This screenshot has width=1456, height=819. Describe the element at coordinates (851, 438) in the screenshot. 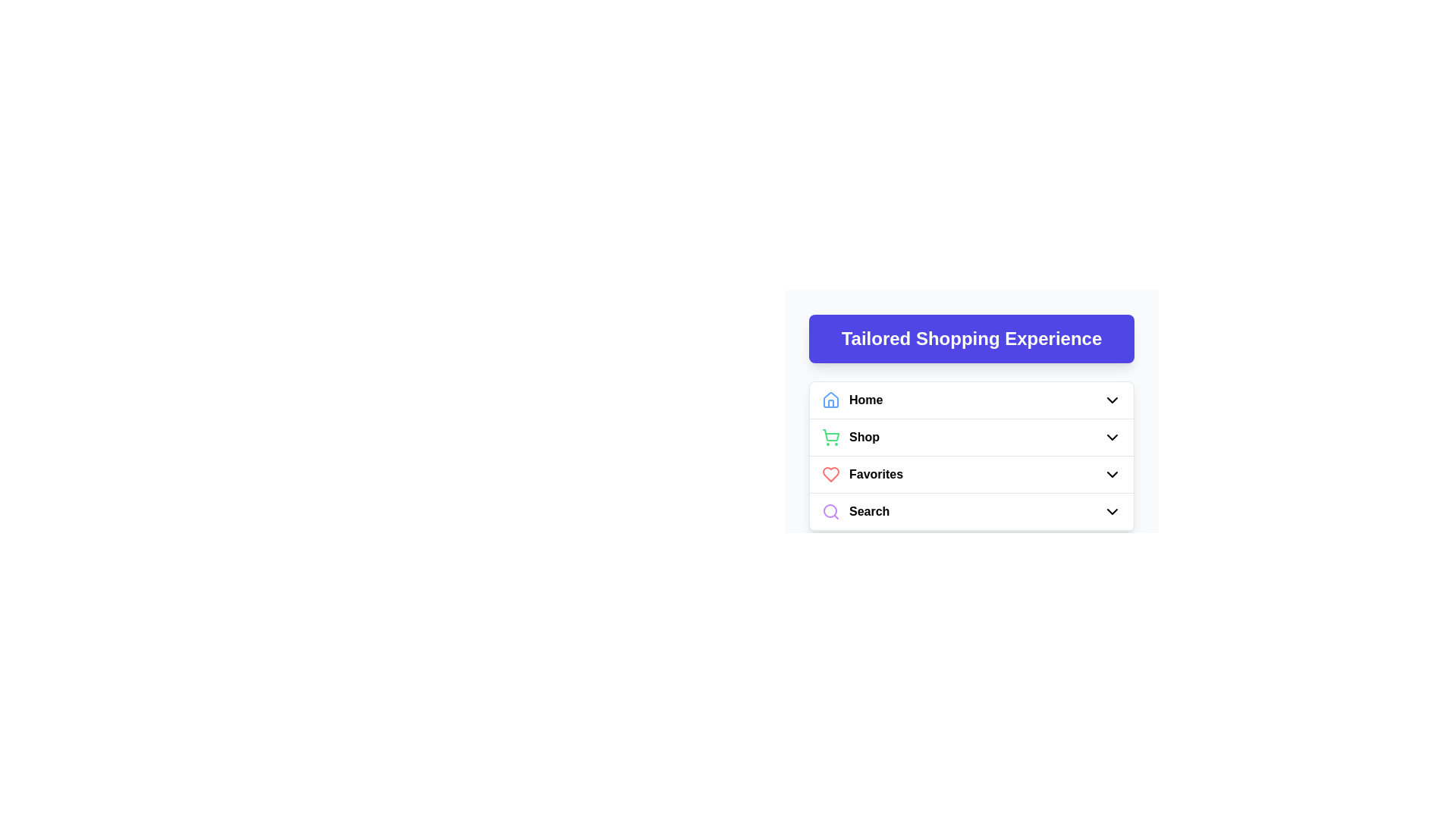

I see `the Navigation link located second from the top in the vertical menu group below the header 'Tailored Shopping Experience'` at that location.